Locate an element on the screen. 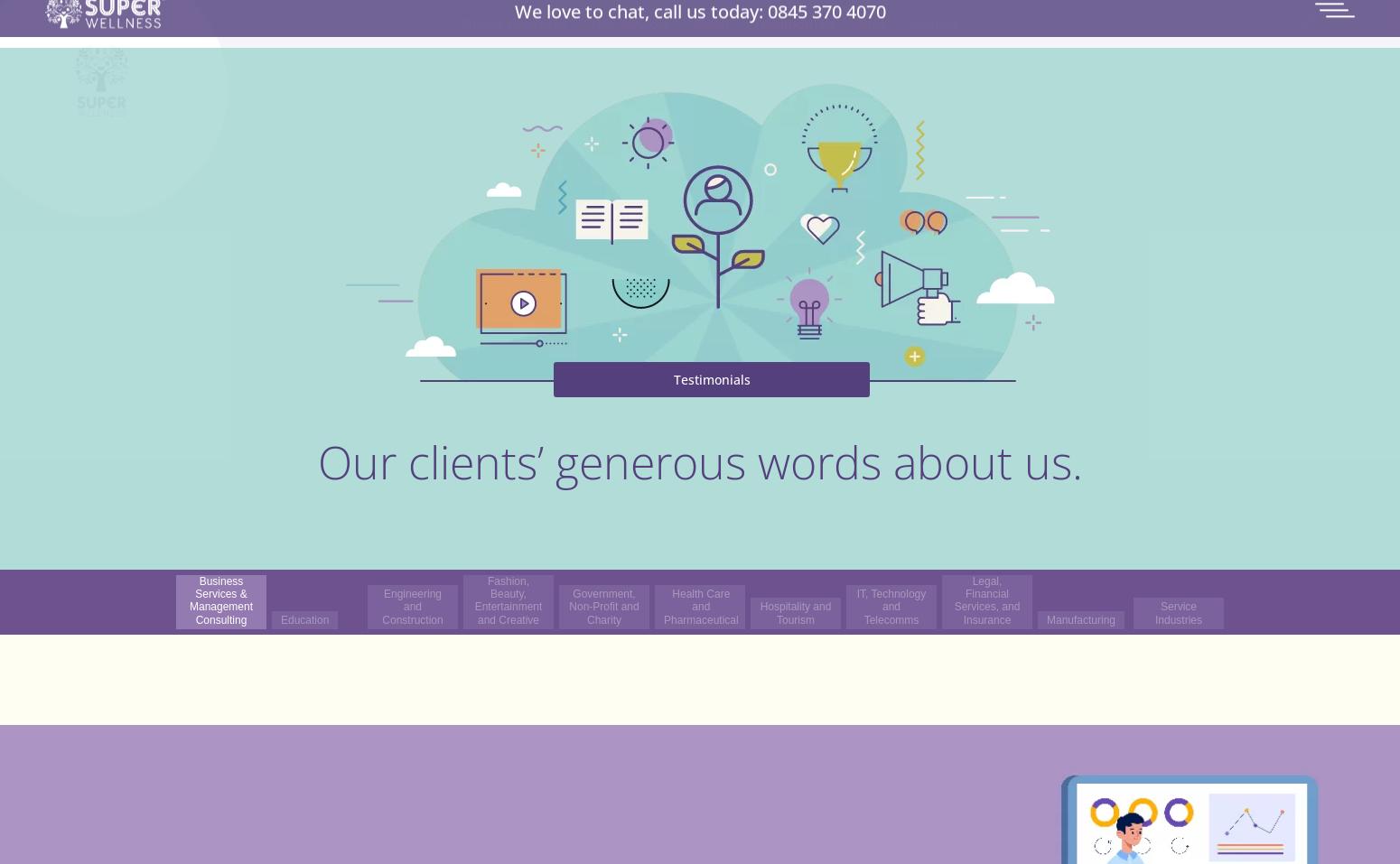  'Legal, Financial Services, and Insurance' is located at coordinates (985, 599).